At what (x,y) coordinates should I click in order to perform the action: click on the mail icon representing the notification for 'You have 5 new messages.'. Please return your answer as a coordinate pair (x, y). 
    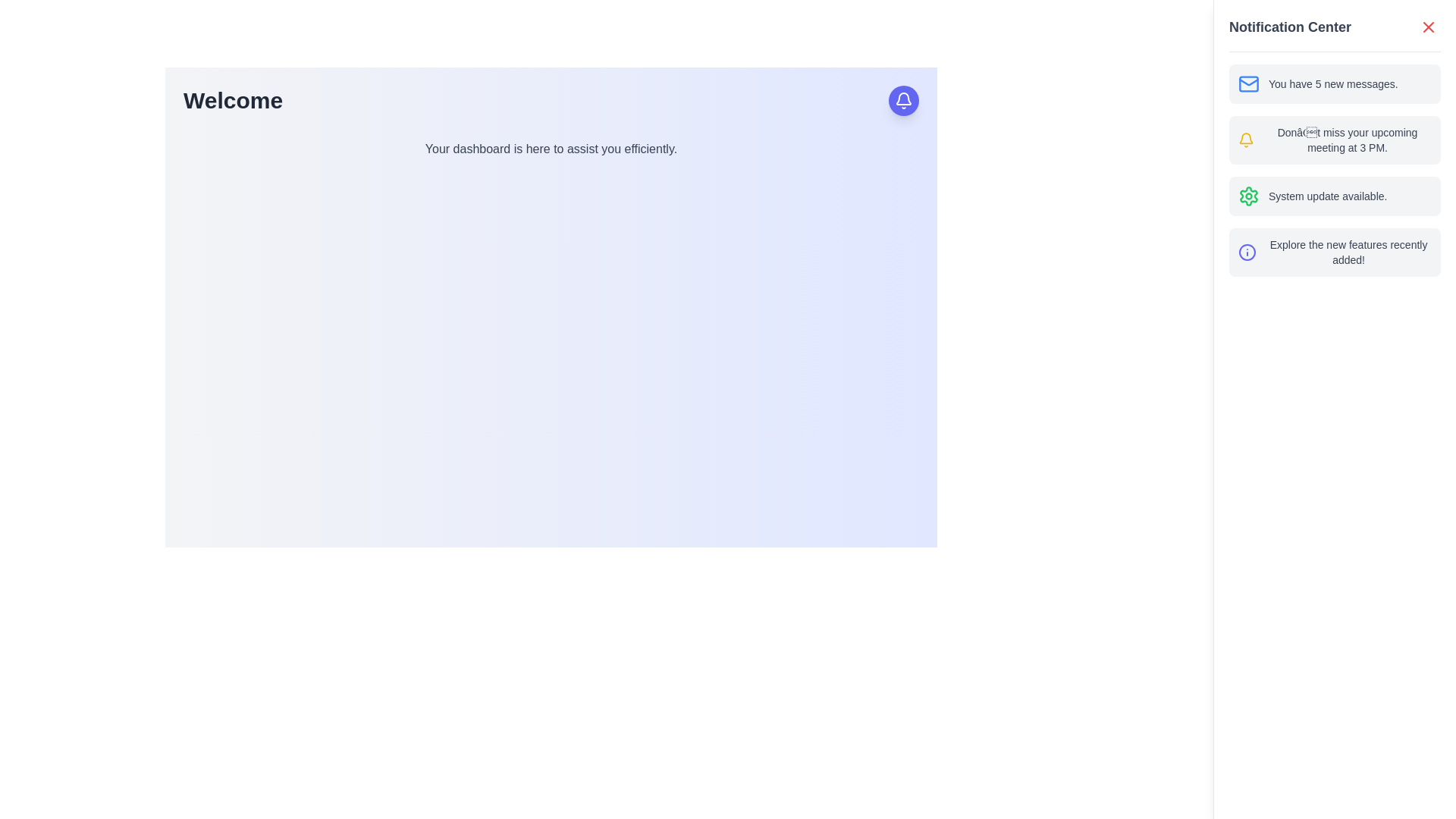
    Looking at the image, I should click on (1248, 84).